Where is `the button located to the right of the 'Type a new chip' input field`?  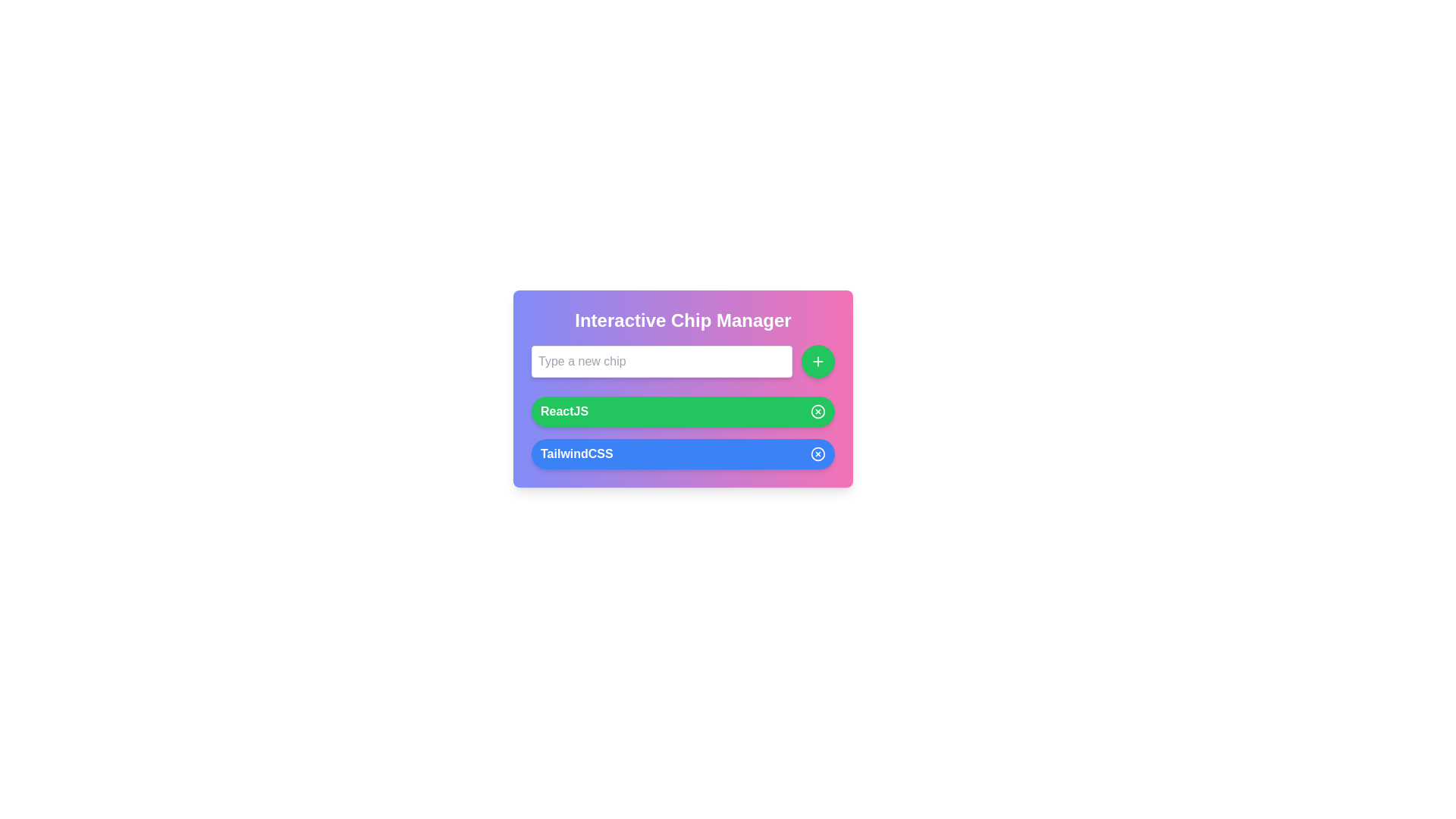 the button located to the right of the 'Type a new chip' input field is located at coordinates (817, 362).